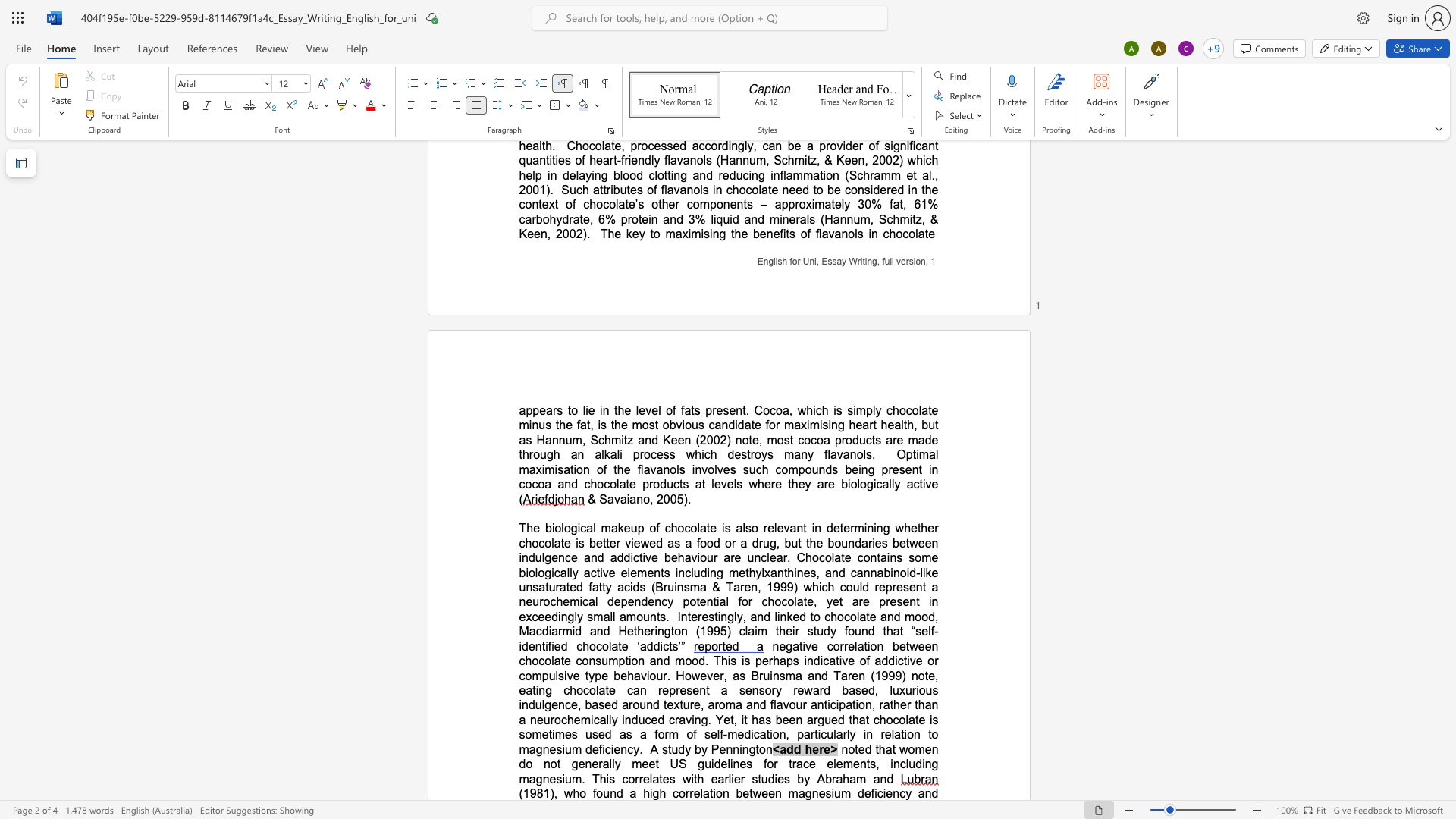  I want to click on the space between the continuous character "a" and "y" in the text, so click(585, 174).